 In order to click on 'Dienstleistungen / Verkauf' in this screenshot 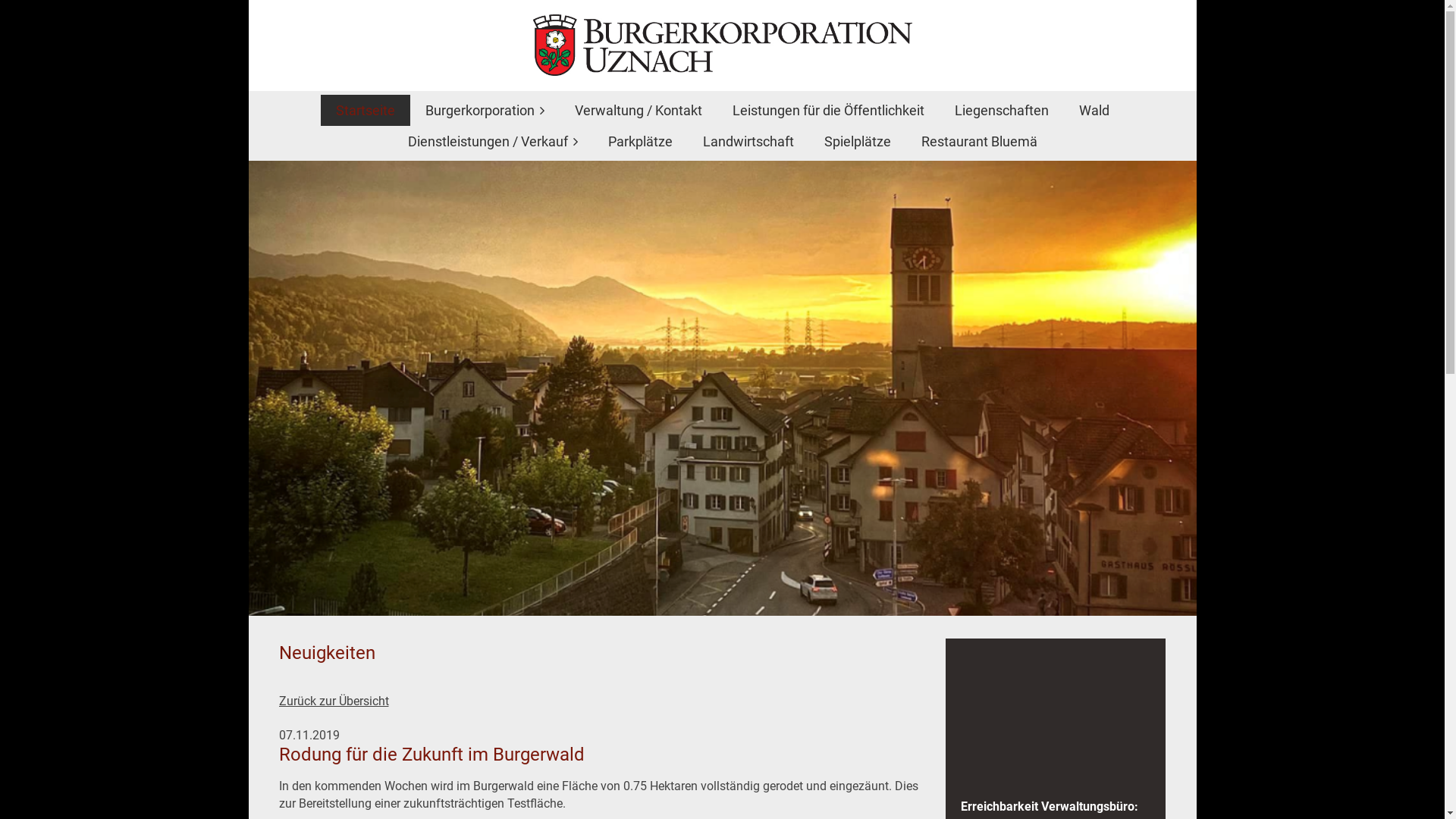, I will do `click(492, 141)`.